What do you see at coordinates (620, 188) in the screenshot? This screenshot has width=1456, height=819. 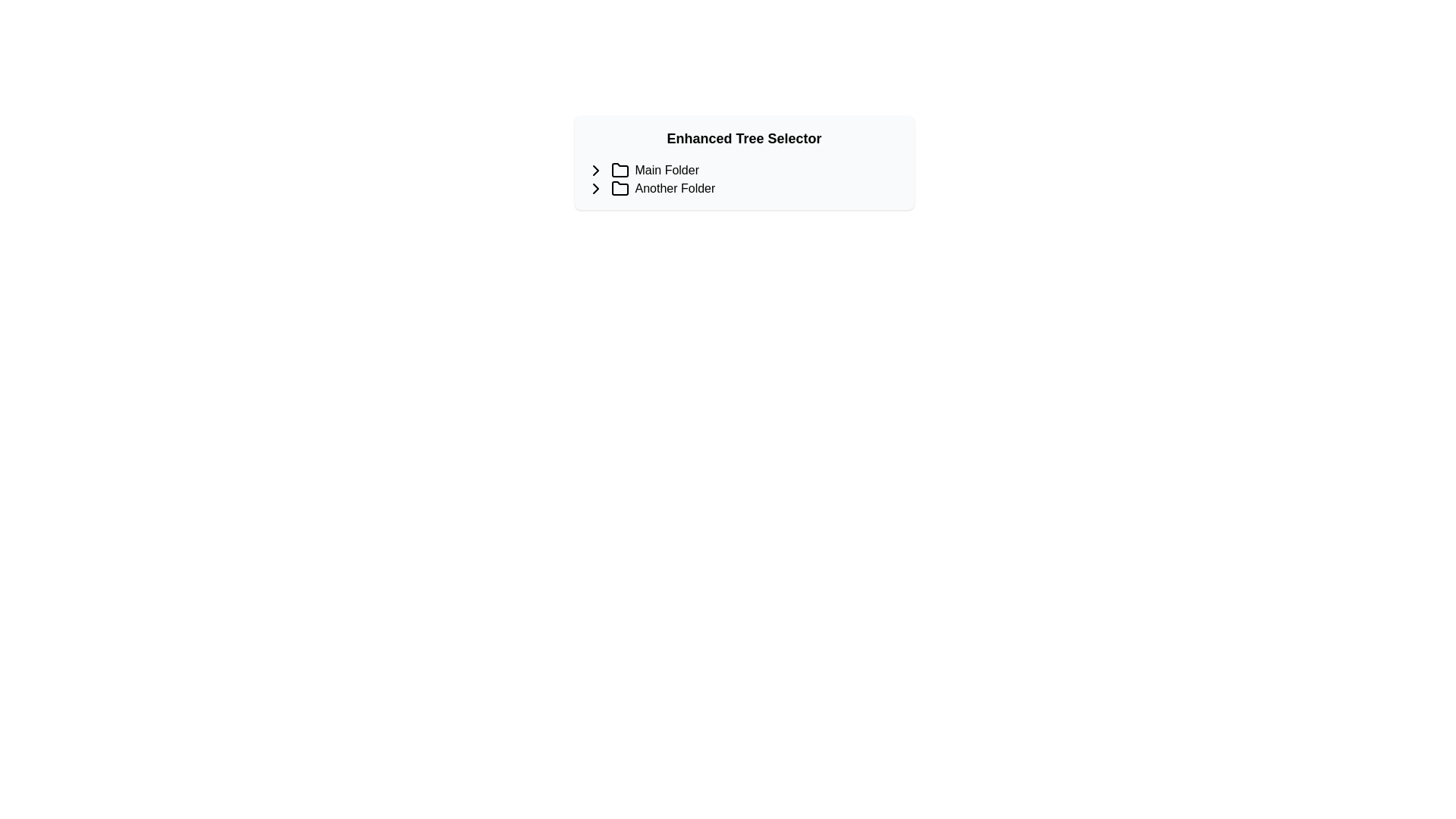 I see `the folder icon located to the left of the text 'Another Folder' within the second item of the list under the header 'Enhanced Tree Selector'` at bounding box center [620, 188].